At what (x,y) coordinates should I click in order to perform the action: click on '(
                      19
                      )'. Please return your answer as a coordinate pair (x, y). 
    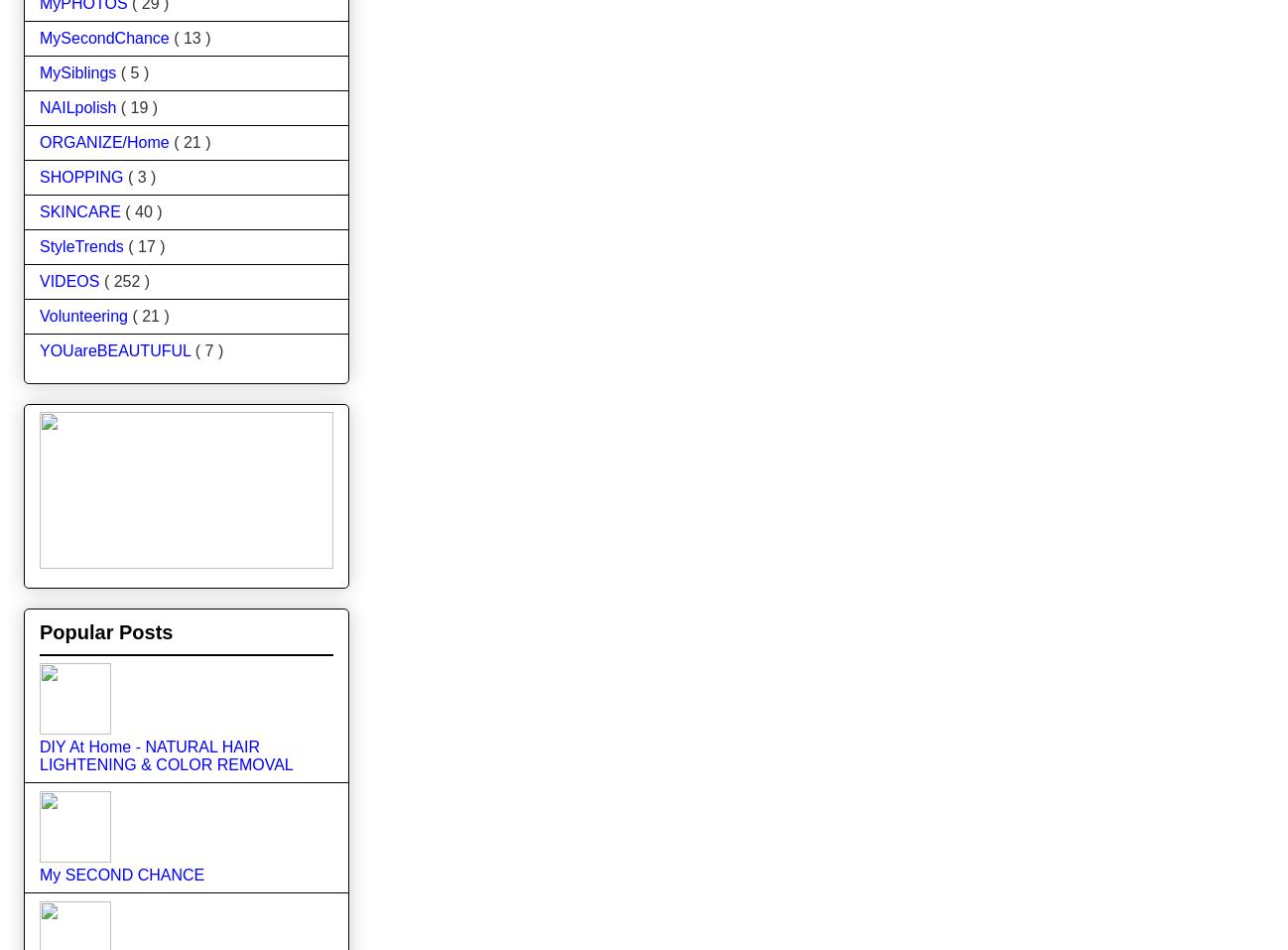
    Looking at the image, I should click on (138, 106).